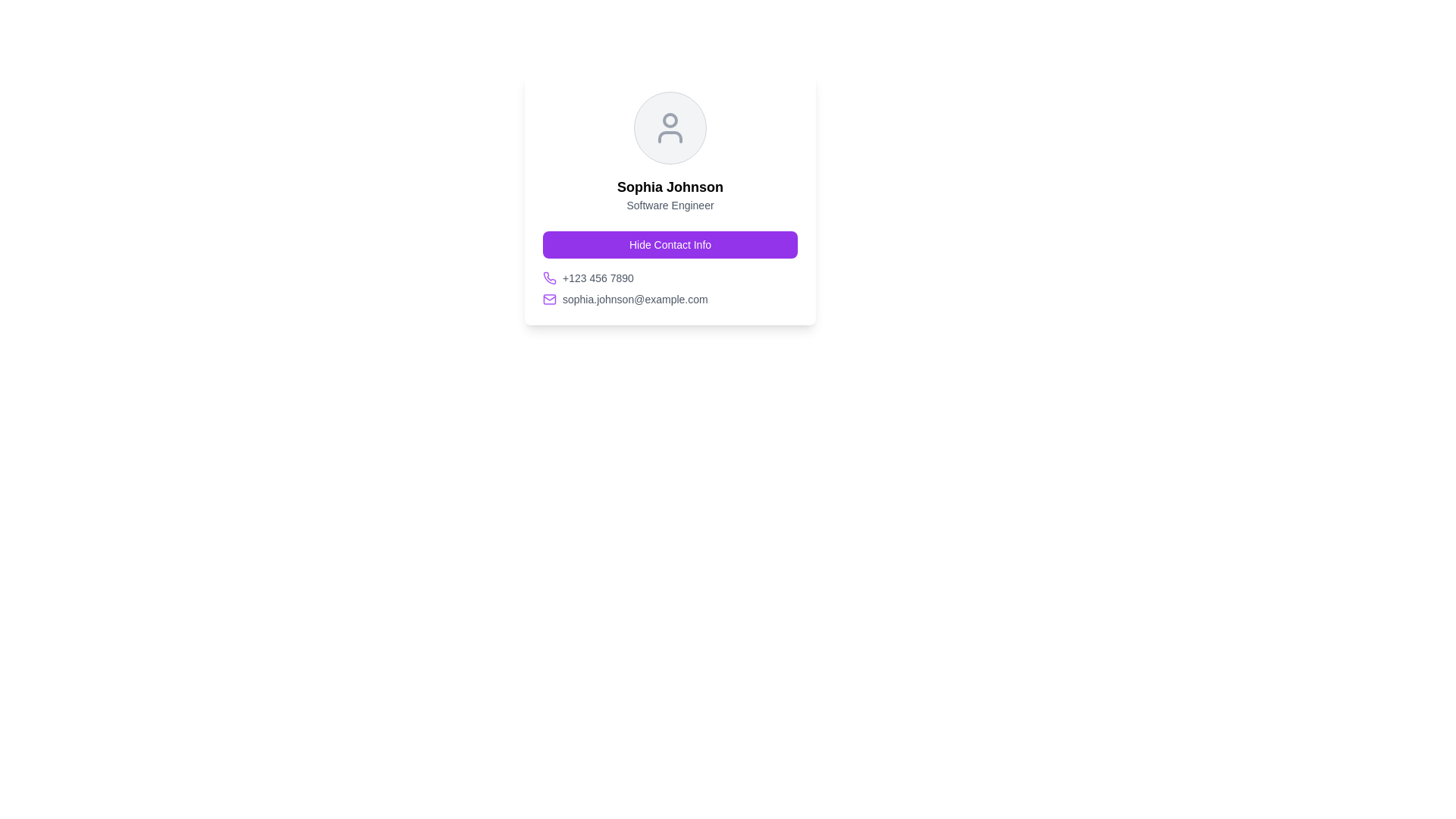  I want to click on the vivid purple button with white text labeled 'Hide Contact Info', so click(669, 244).